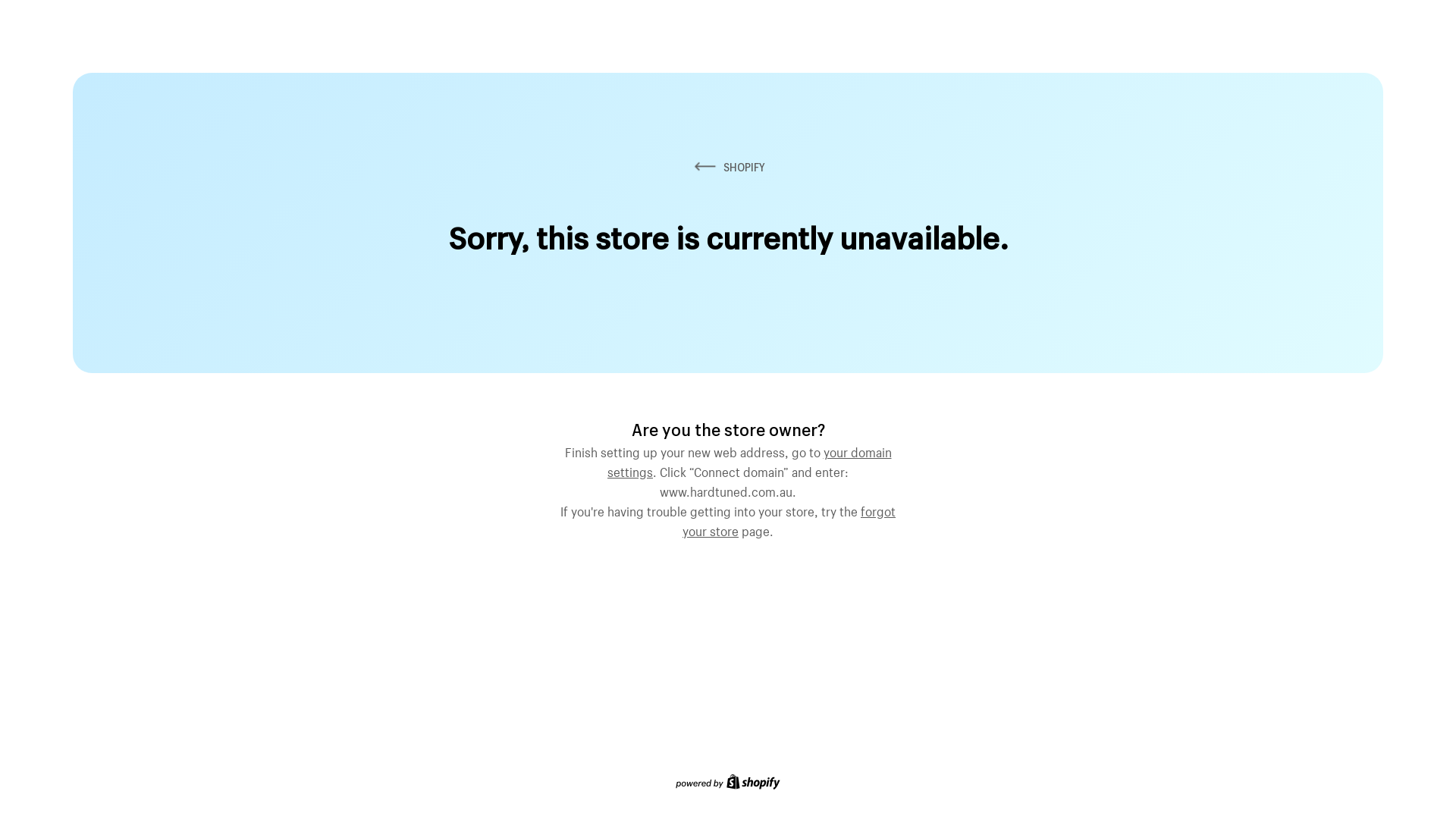 This screenshot has width=1456, height=819. What do you see at coordinates (749, 459) in the screenshot?
I see `'your domain settings'` at bounding box center [749, 459].